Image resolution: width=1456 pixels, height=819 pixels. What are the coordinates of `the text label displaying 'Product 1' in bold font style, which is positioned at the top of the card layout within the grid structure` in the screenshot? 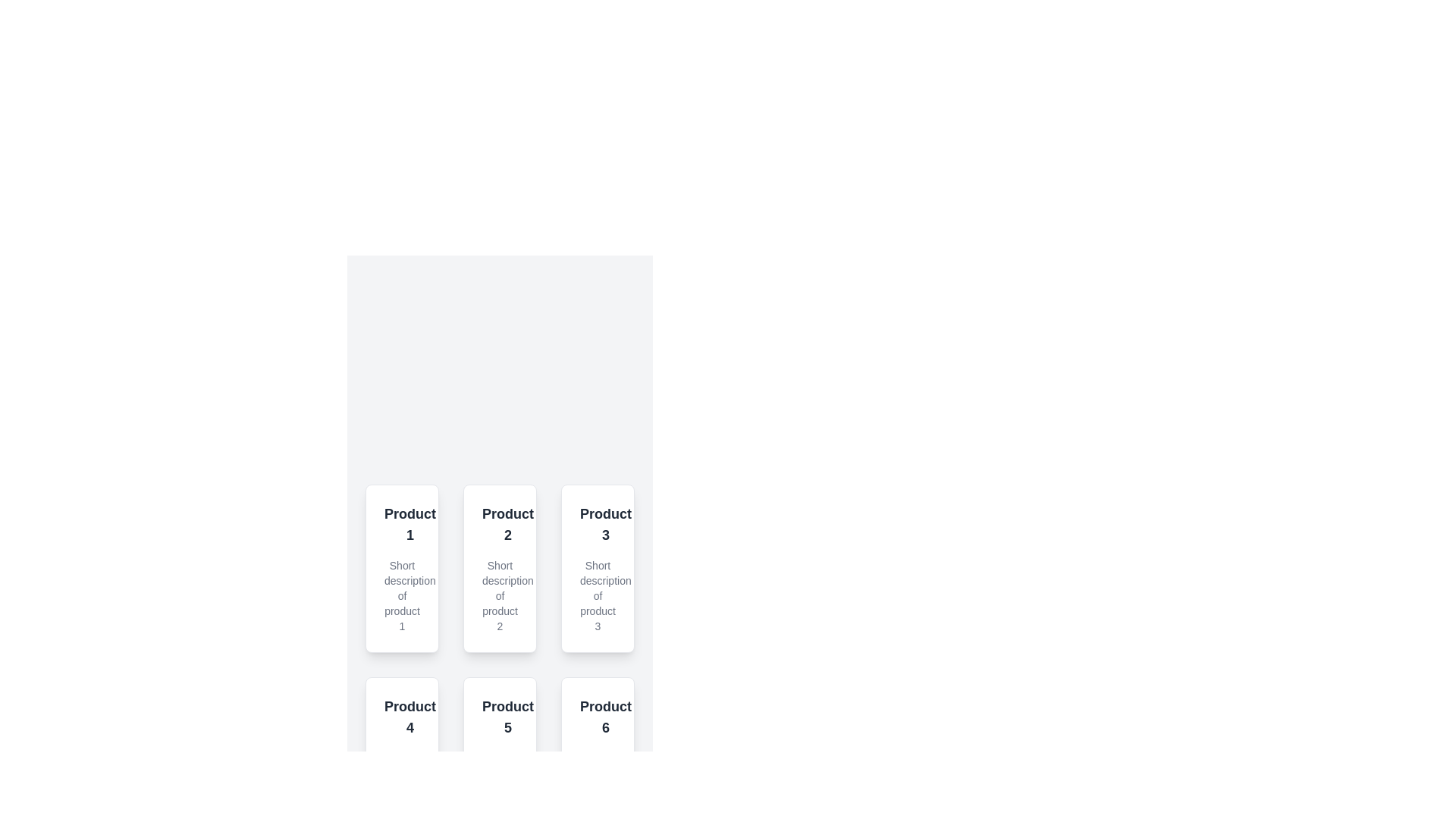 It's located at (402, 523).